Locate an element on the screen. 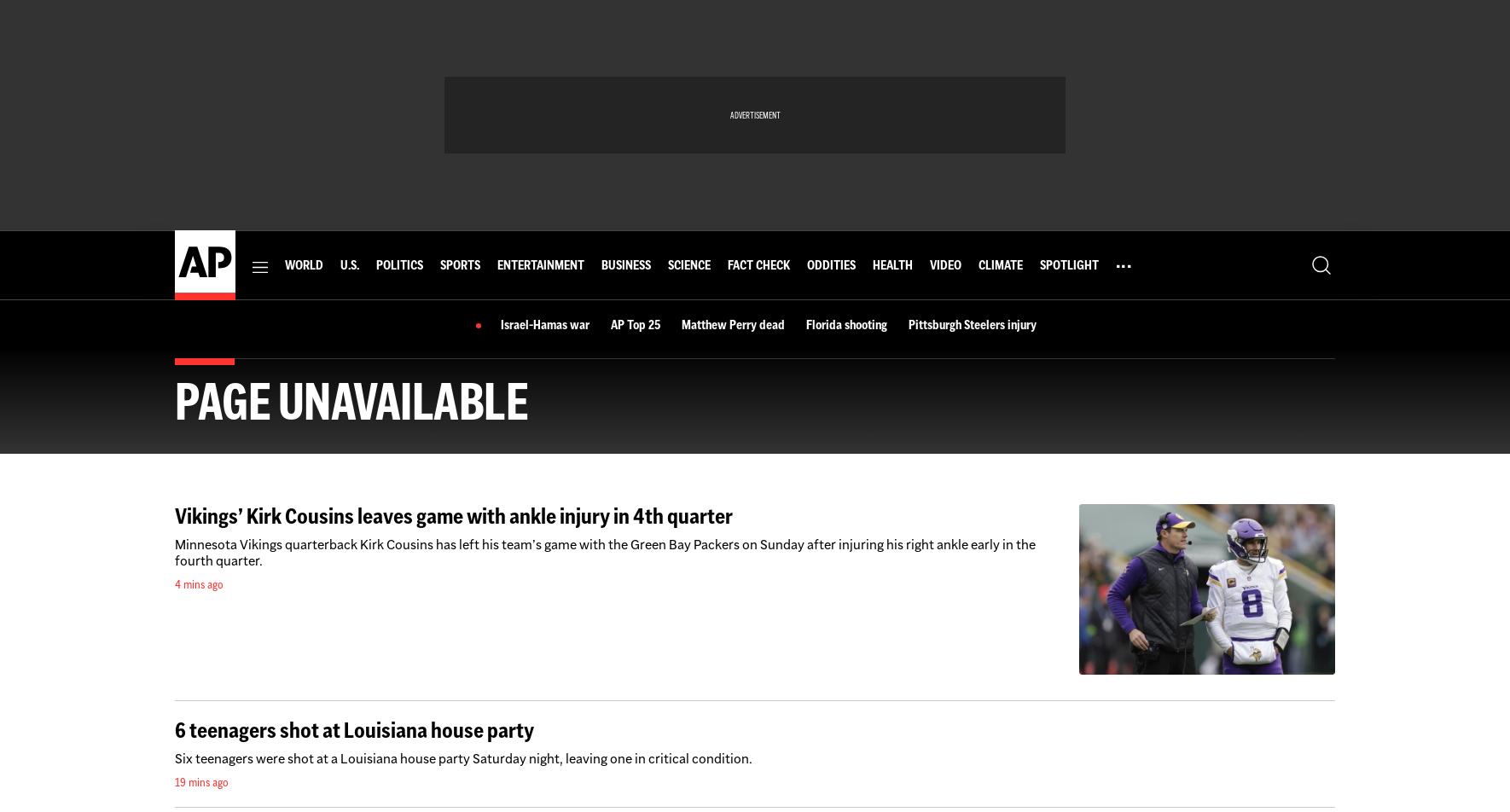 The width and height of the screenshot is (1510, 812). 'Business' is located at coordinates (624, 265).